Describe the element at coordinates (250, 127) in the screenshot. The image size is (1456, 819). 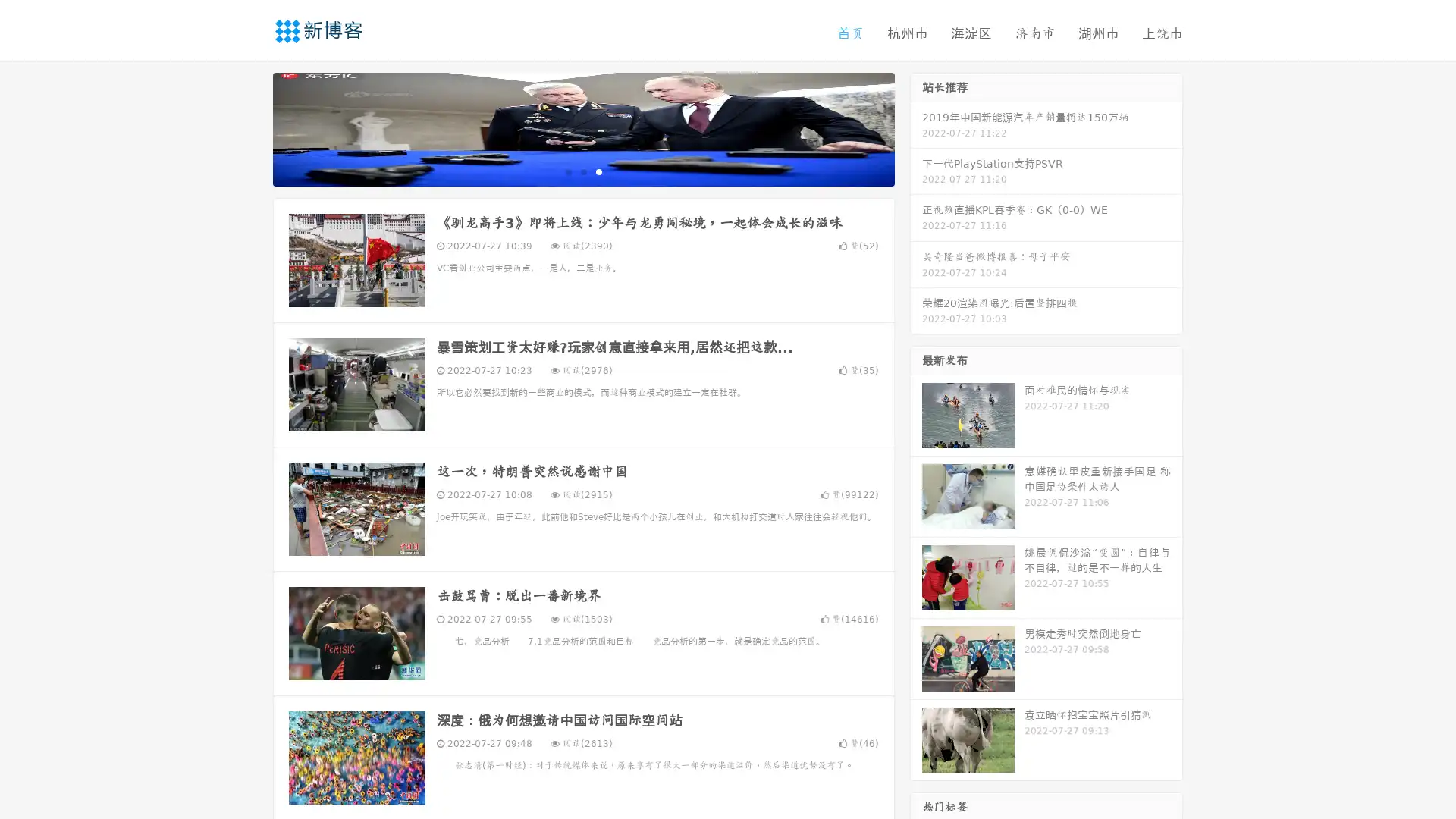
I see `Previous slide` at that location.